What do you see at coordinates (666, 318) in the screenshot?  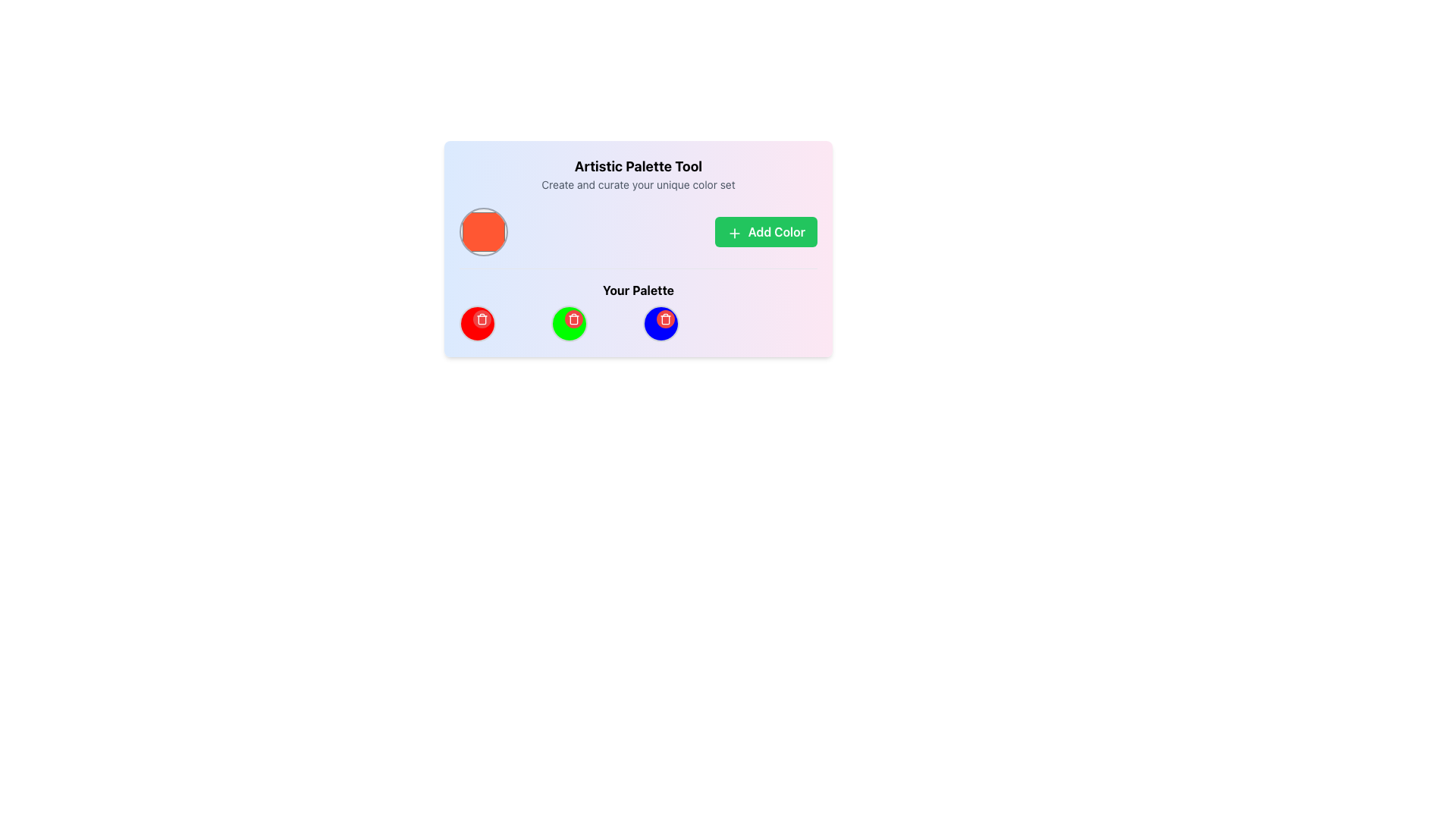 I see `the circular delete button featuring a white trash can icon on a blue background` at bounding box center [666, 318].